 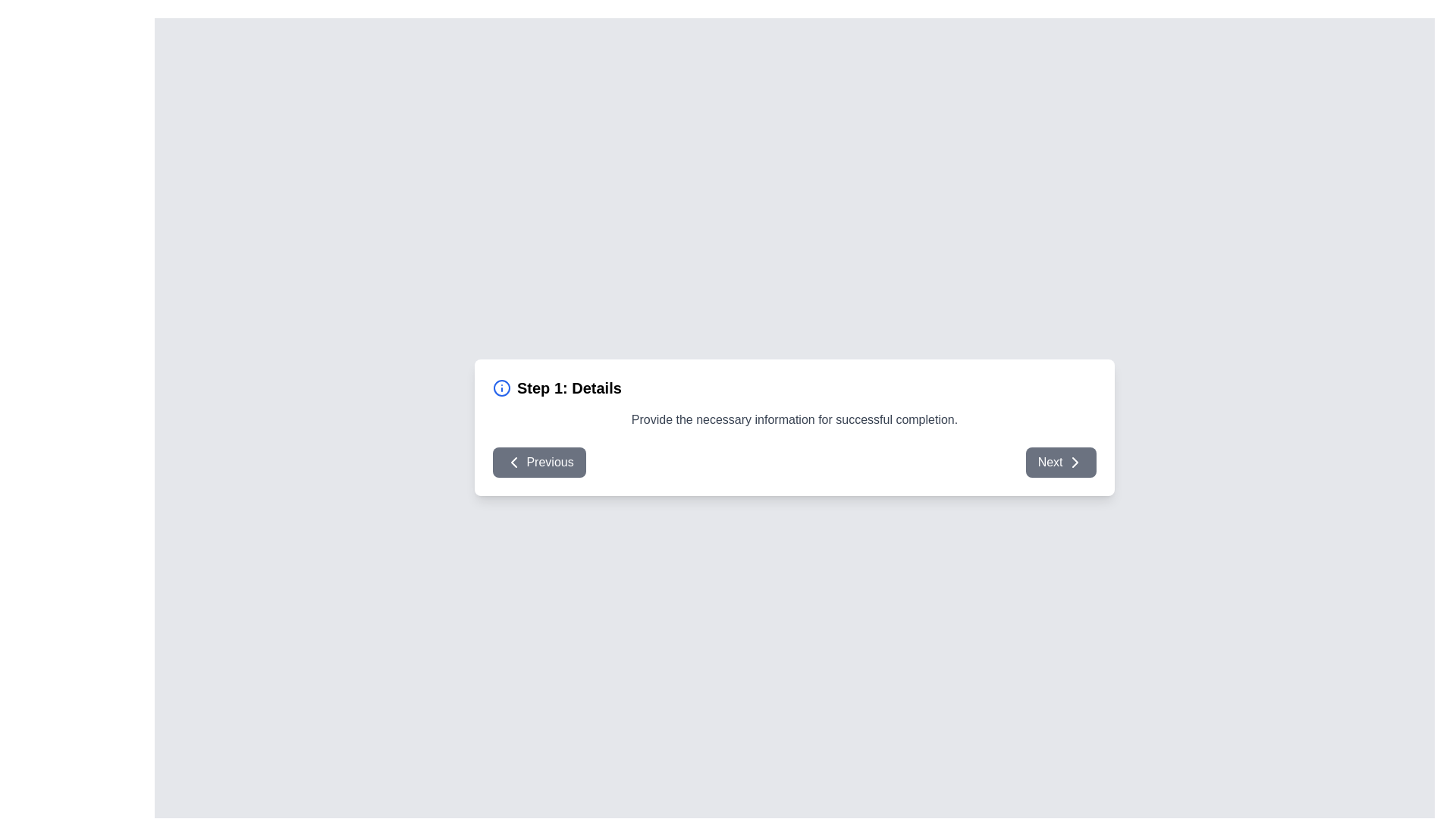 What do you see at coordinates (1074, 461) in the screenshot?
I see `the appearance of the right-pointing arrow icon, which is styled for navigation and located to the right of the 'Next' button, indicating progression` at bounding box center [1074, 461].